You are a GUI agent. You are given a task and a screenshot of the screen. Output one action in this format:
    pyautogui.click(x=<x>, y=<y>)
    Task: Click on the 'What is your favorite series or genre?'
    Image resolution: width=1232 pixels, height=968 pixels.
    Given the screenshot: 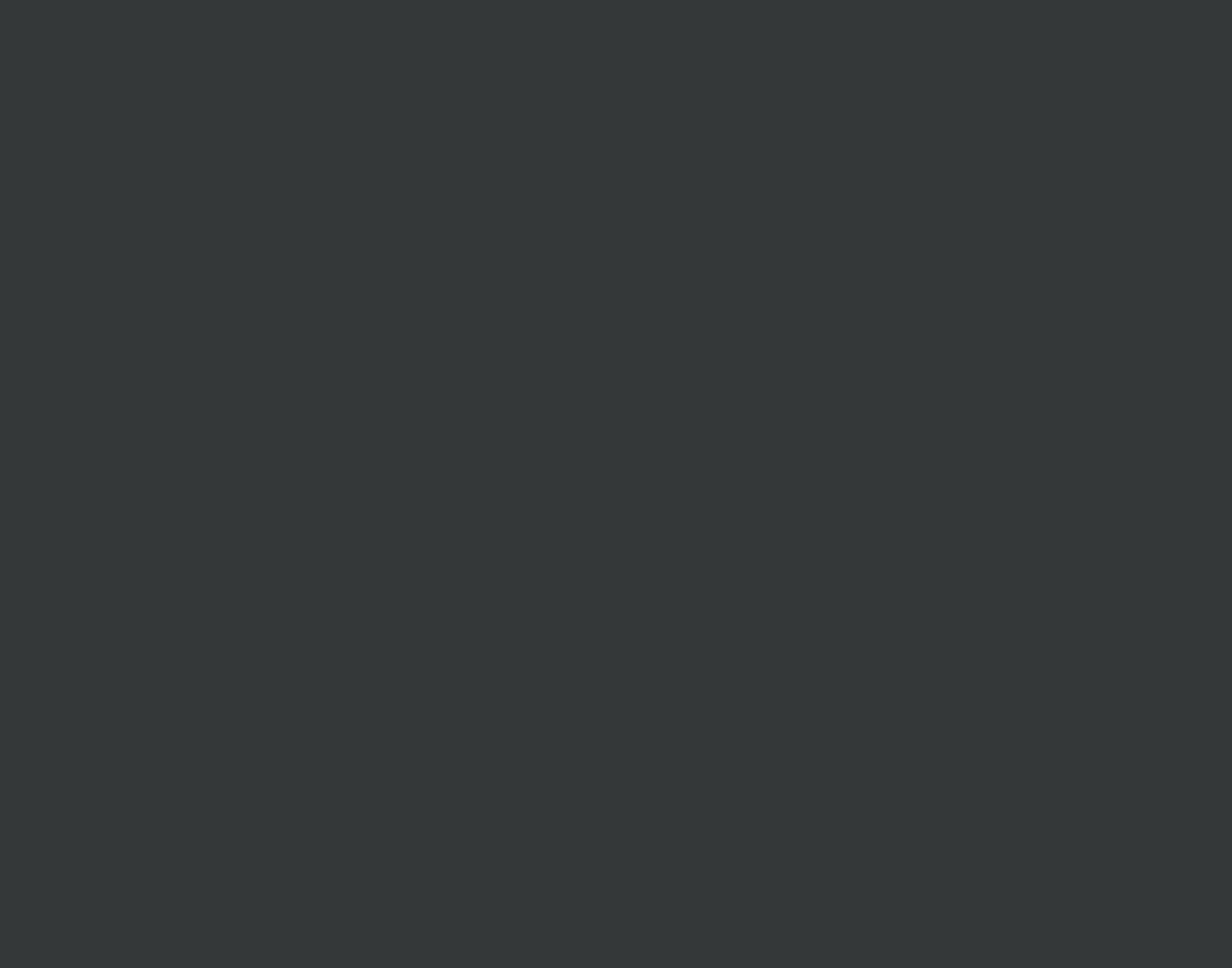 What is the action you would take?
    pyautogui.click(x=667, y=226)
    